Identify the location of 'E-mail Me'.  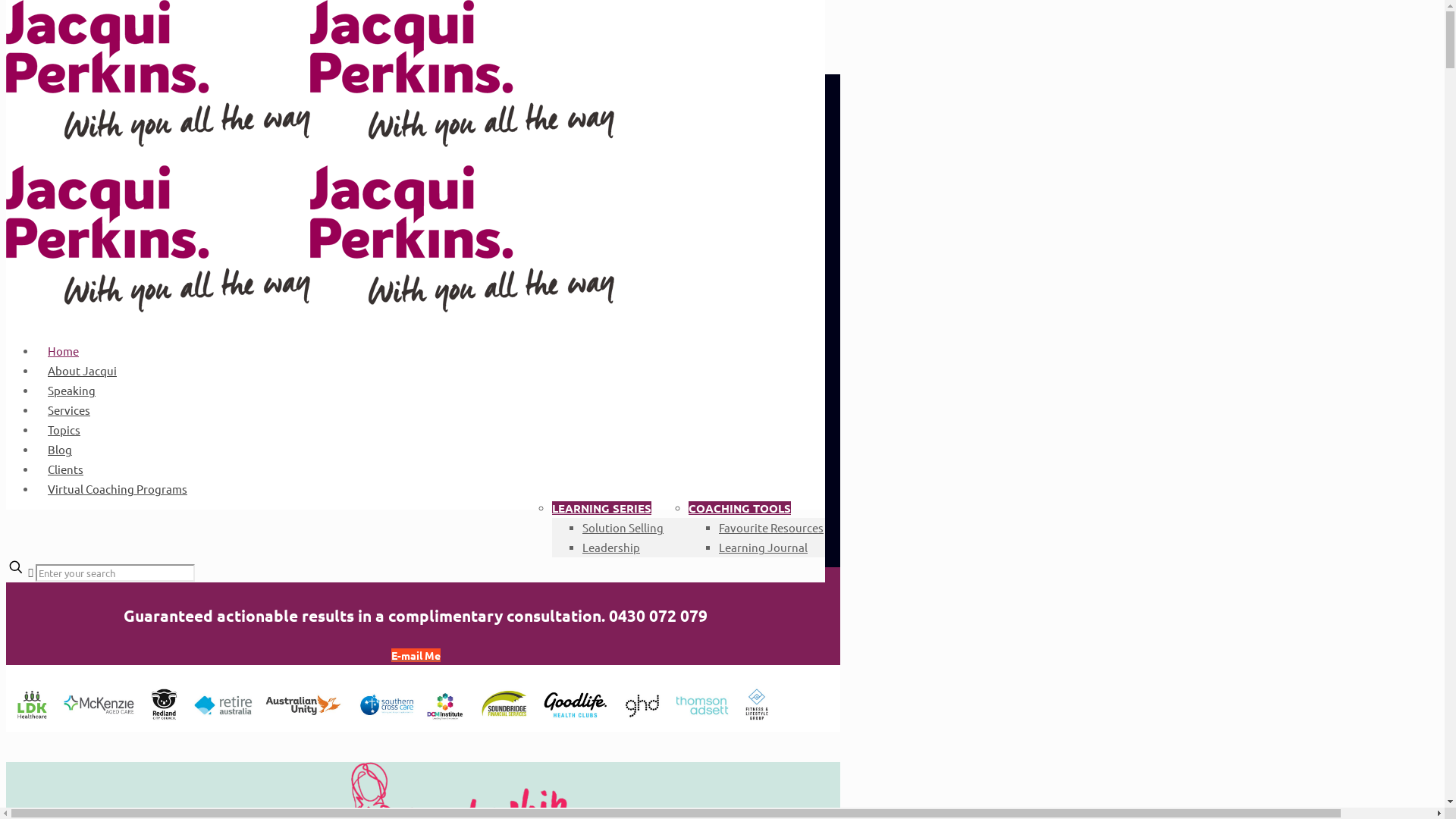
(416, 654).